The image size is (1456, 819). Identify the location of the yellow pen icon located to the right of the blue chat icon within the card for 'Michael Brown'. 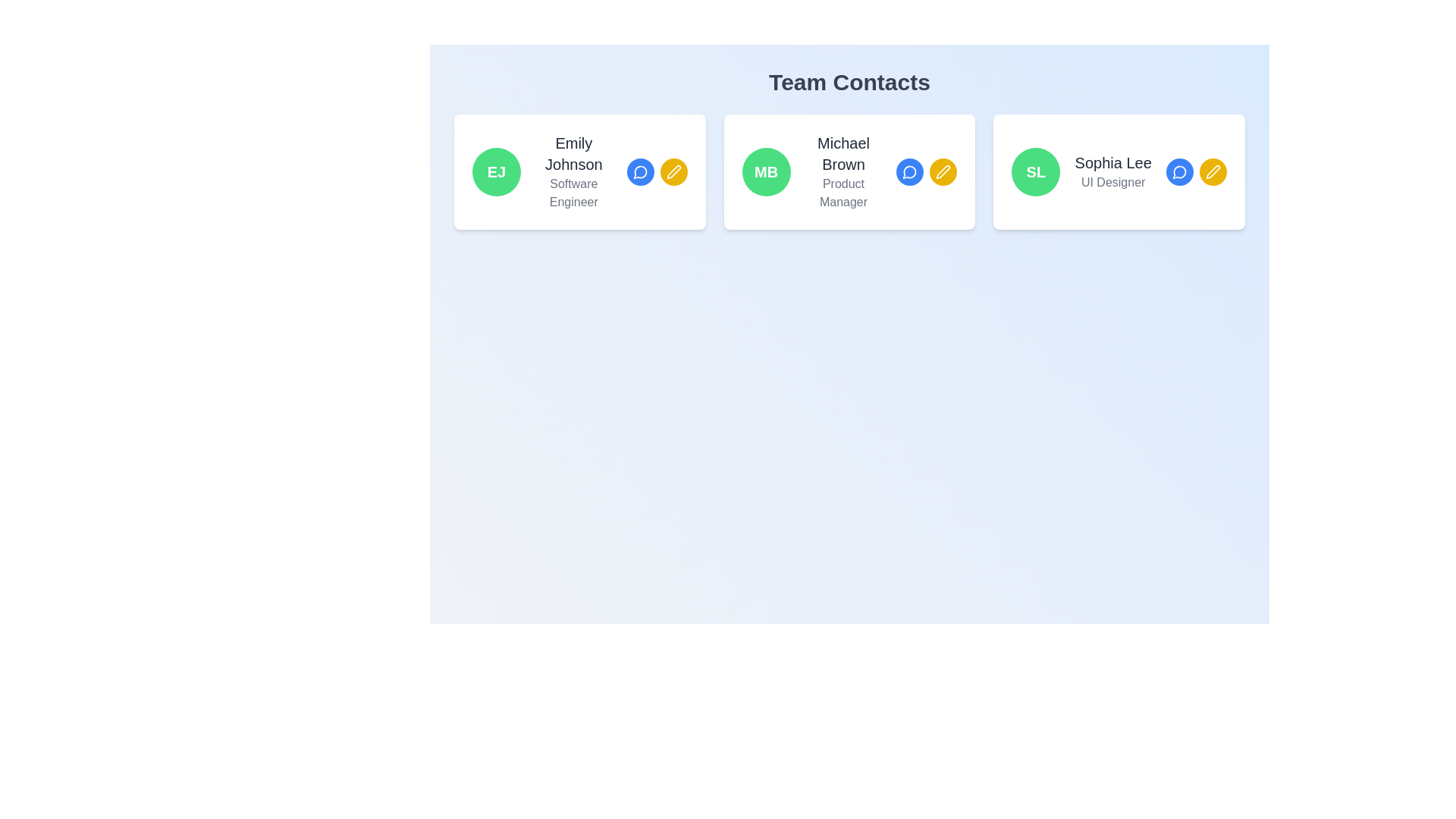
(673, 171).